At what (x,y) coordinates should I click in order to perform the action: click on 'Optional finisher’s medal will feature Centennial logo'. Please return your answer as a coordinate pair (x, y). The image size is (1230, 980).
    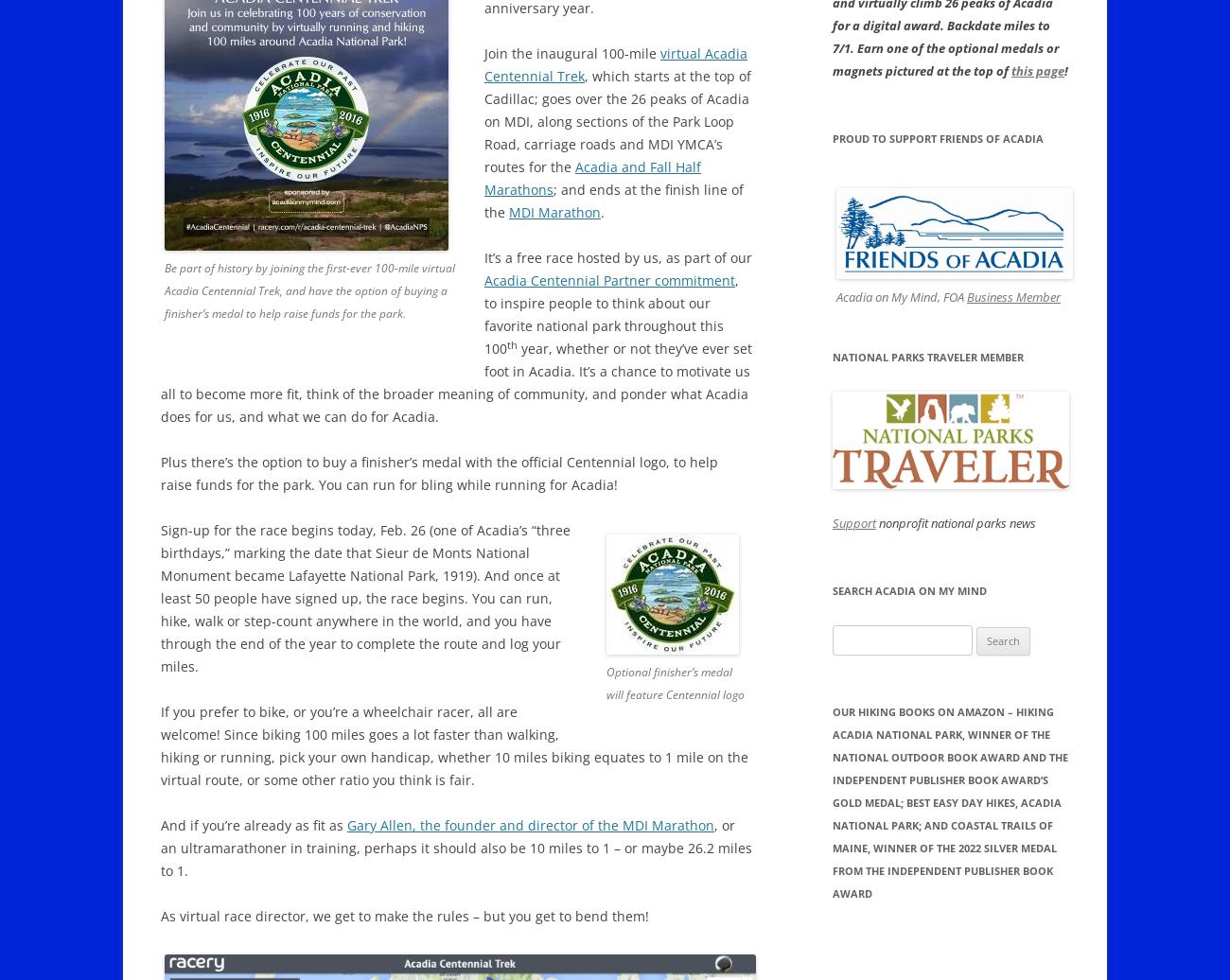
    Looking at the image, I should click on (675, 683).